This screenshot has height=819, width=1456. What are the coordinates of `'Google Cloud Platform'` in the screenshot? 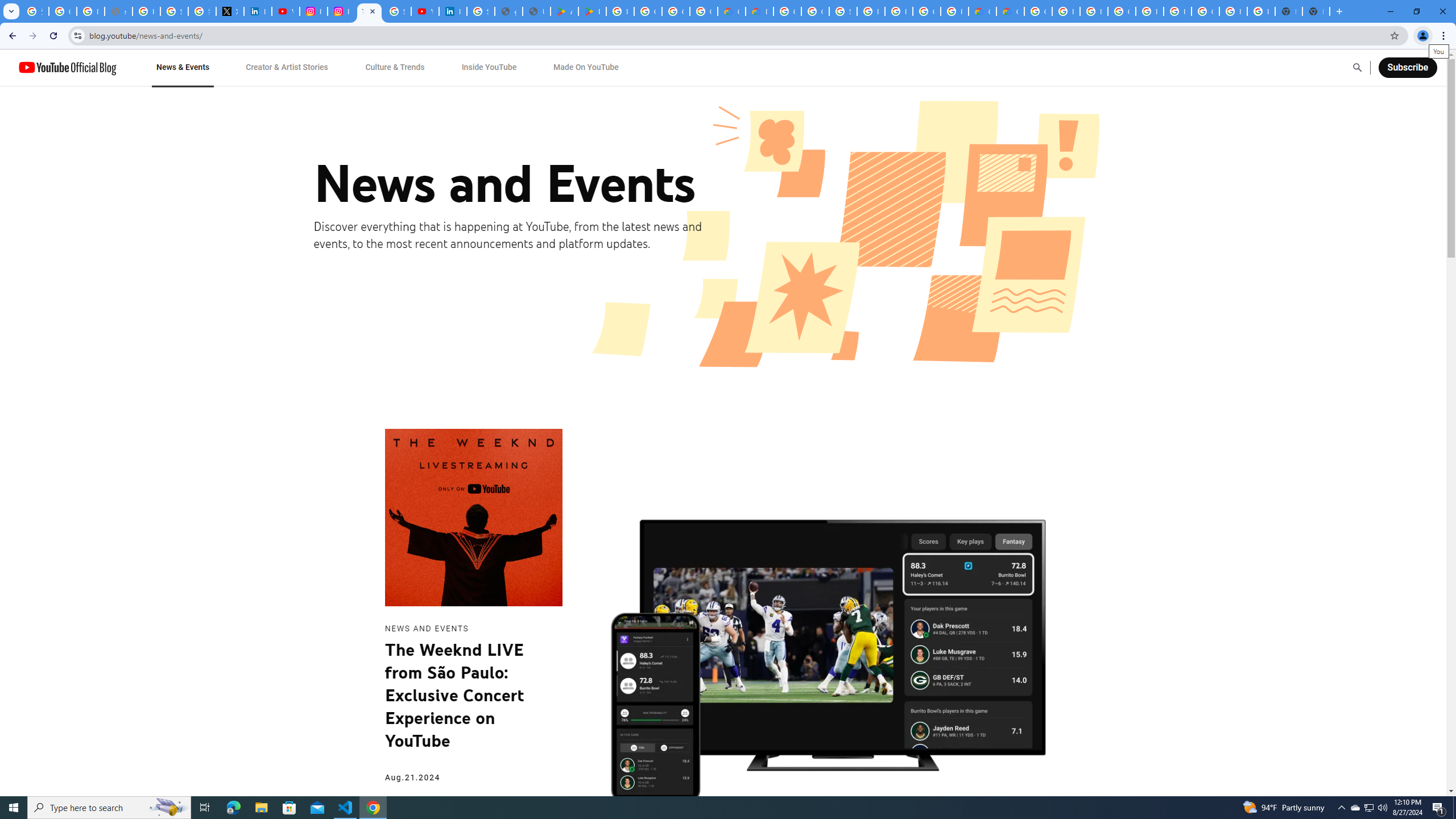 It's located at (1038, 11).